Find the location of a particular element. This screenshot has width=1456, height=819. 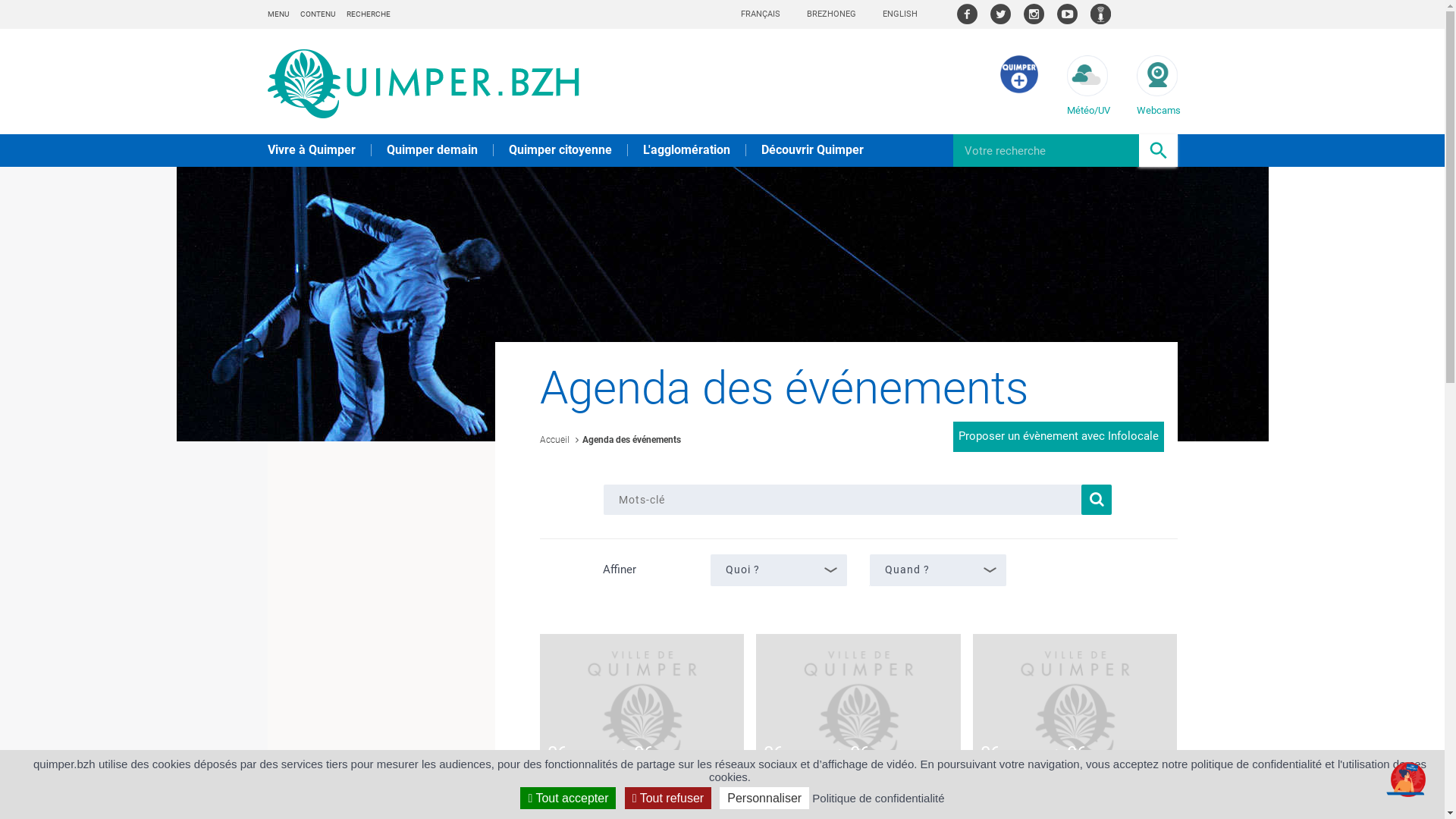

'MENU' is located at coordinates (277, 14).